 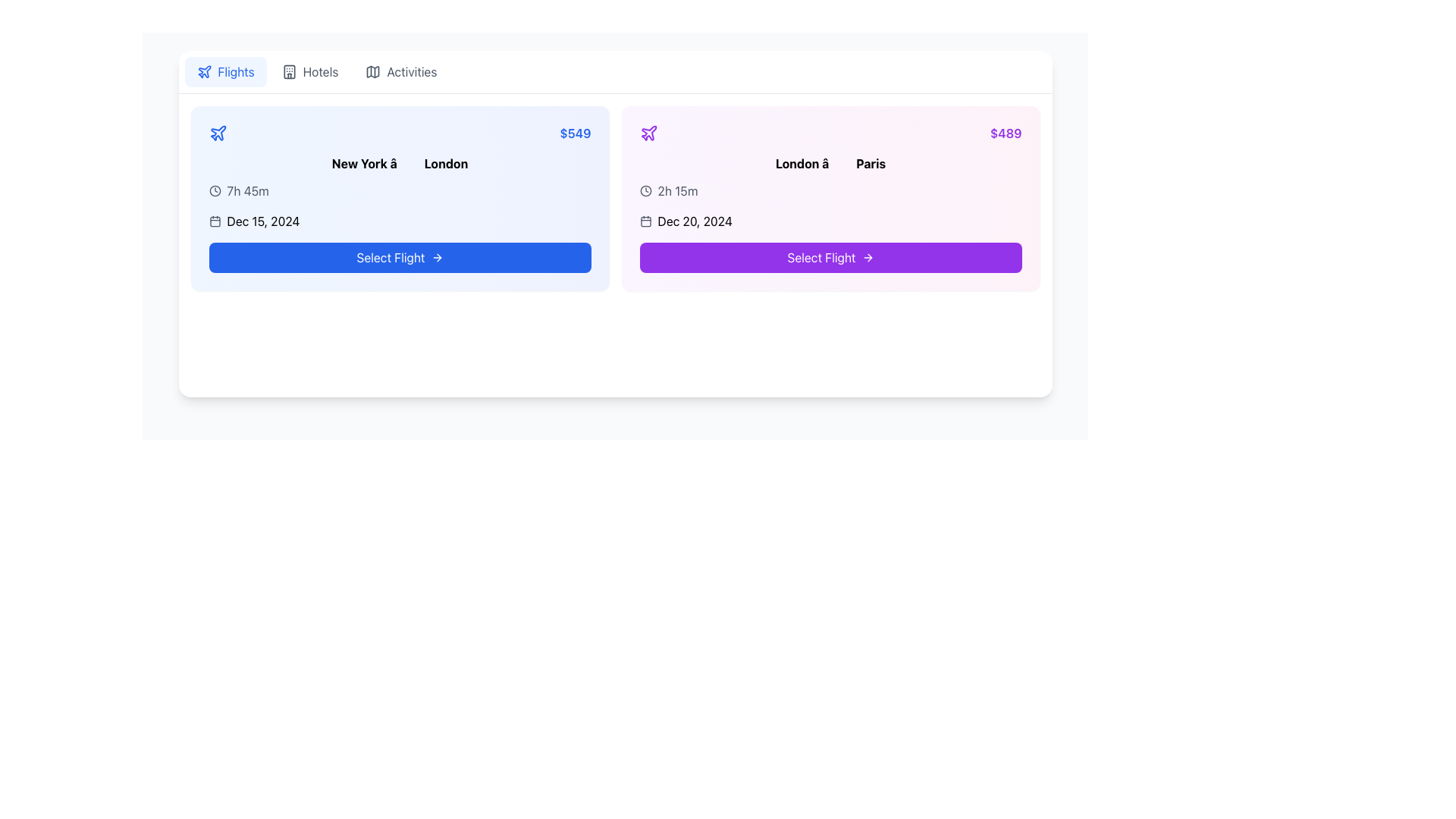 What do you see at coordinates (645, 190) in the screenshot?
I see `the small circular clock icon located in the second card on the right side of the user interface, positioned to the left of the text '2h 15m'` at bounding box center [645, 190].